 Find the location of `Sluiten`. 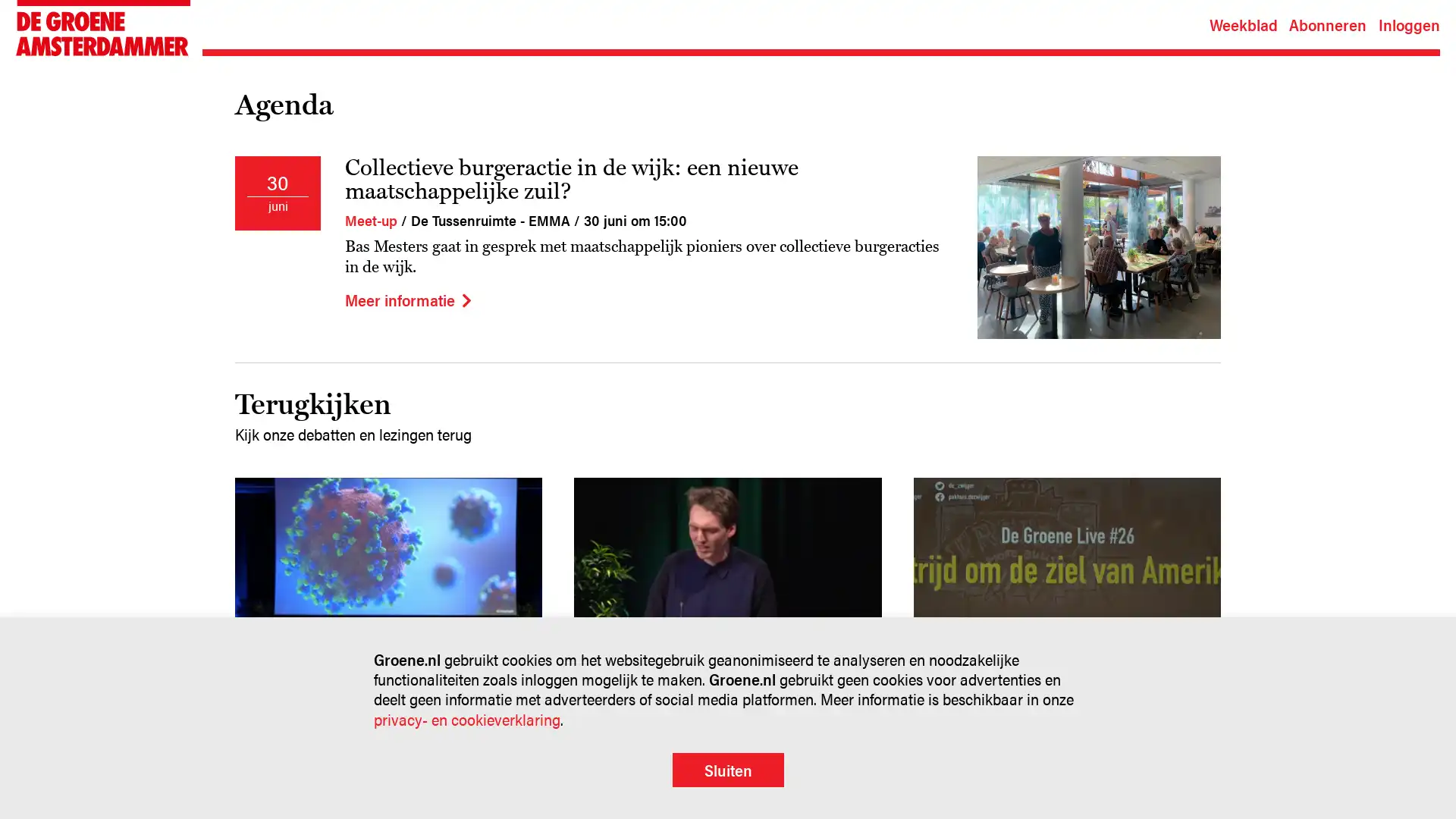

Sluiten is located at coordinates (726, 769).